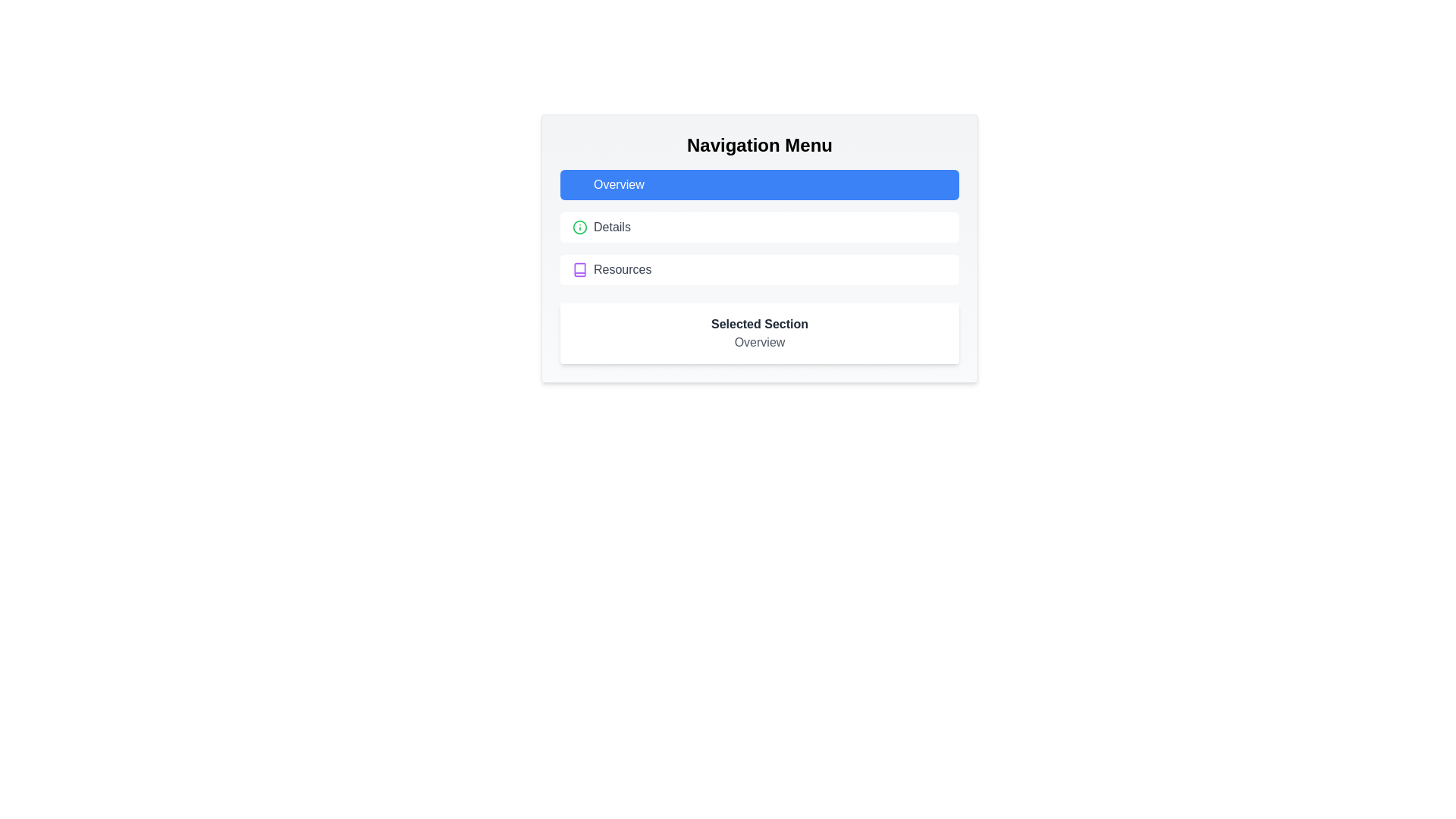 This screenshot has width=1456, height=819. I want to click on the purple book icon located to the left of the 'Resources' label in the navigation menu, which is the second icon from the top, so click(579, 268).